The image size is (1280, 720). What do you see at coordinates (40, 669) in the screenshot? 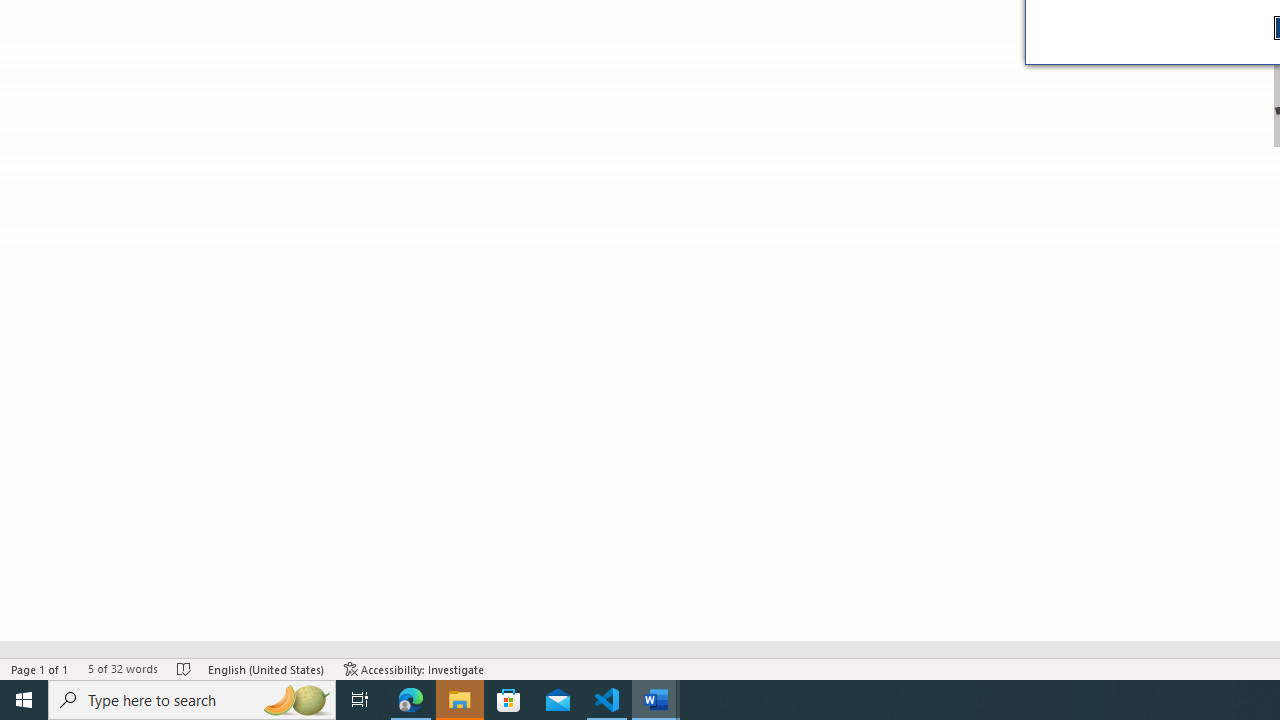
I see `'Page Number Page 1 of 1'` at bounding box center [40, 669].